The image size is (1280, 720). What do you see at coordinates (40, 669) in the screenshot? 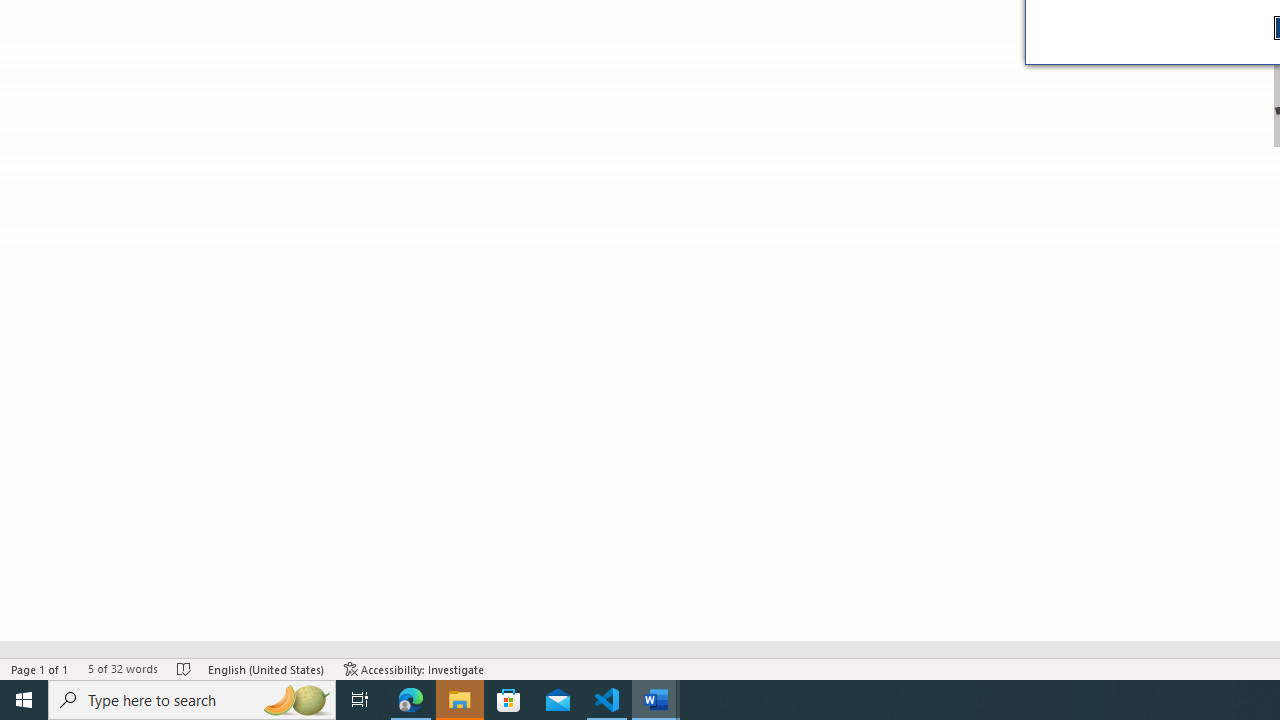
I see `'Page Number Page 1 of 1'` at bounding box center [40, 669].